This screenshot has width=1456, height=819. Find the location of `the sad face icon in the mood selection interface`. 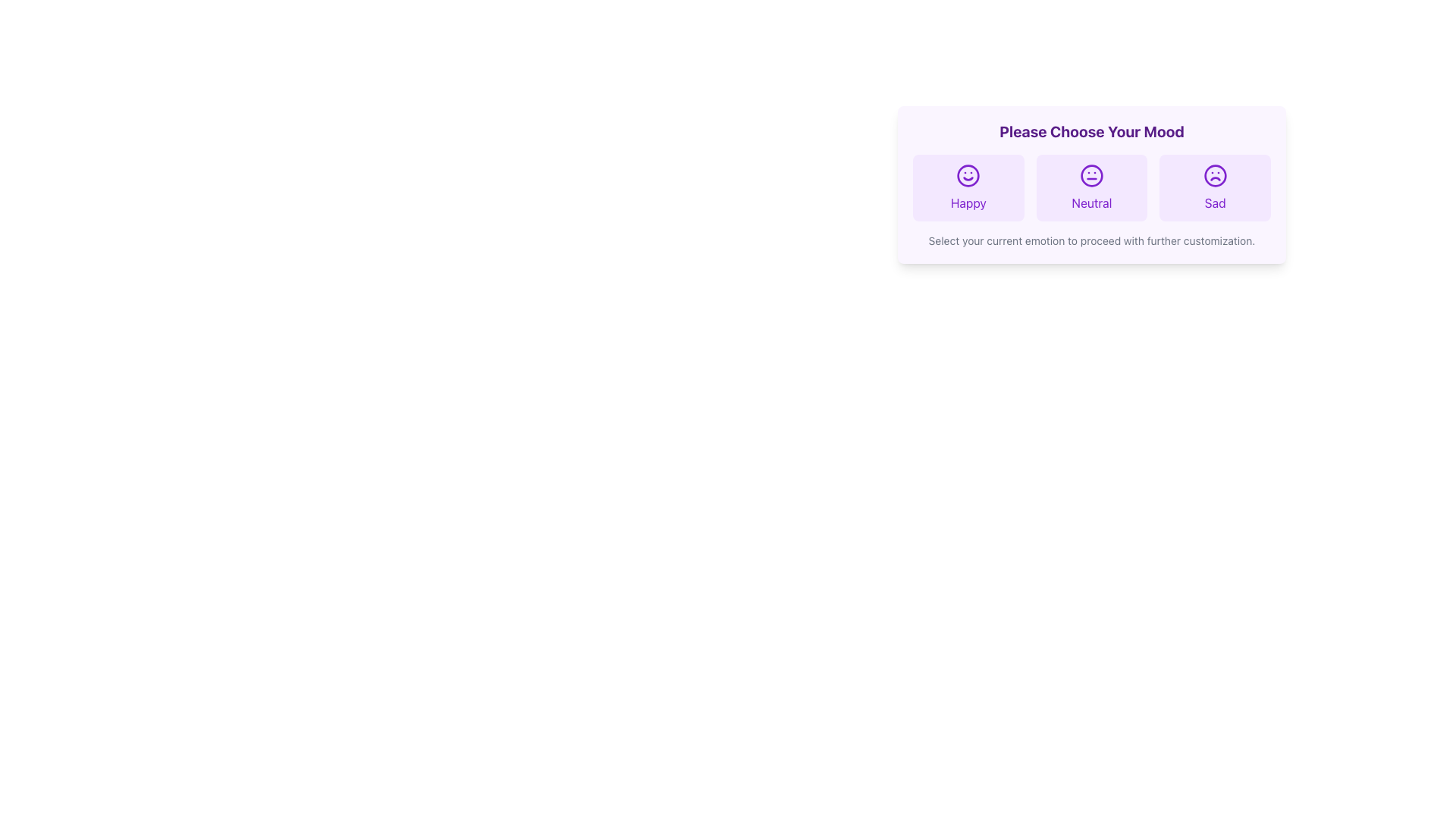

the sad face icon in the mood selection interface is located at coordinates (1215, 174).